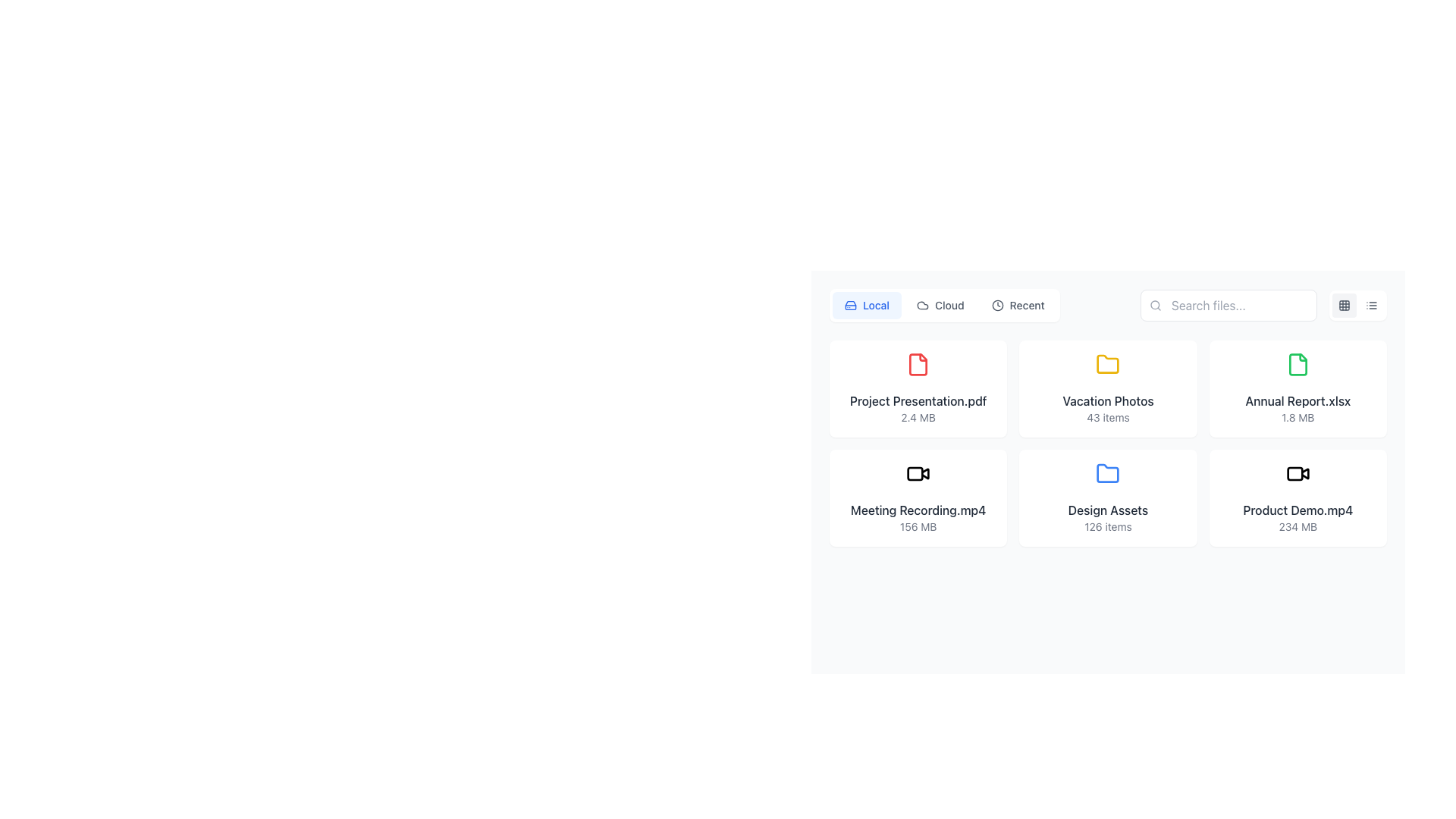 Image resolution: width=1456 pixels, height=819 pixels. I want to click on the downloadable file component titled 'Annual Report.xlsx', so click(1297, 388).